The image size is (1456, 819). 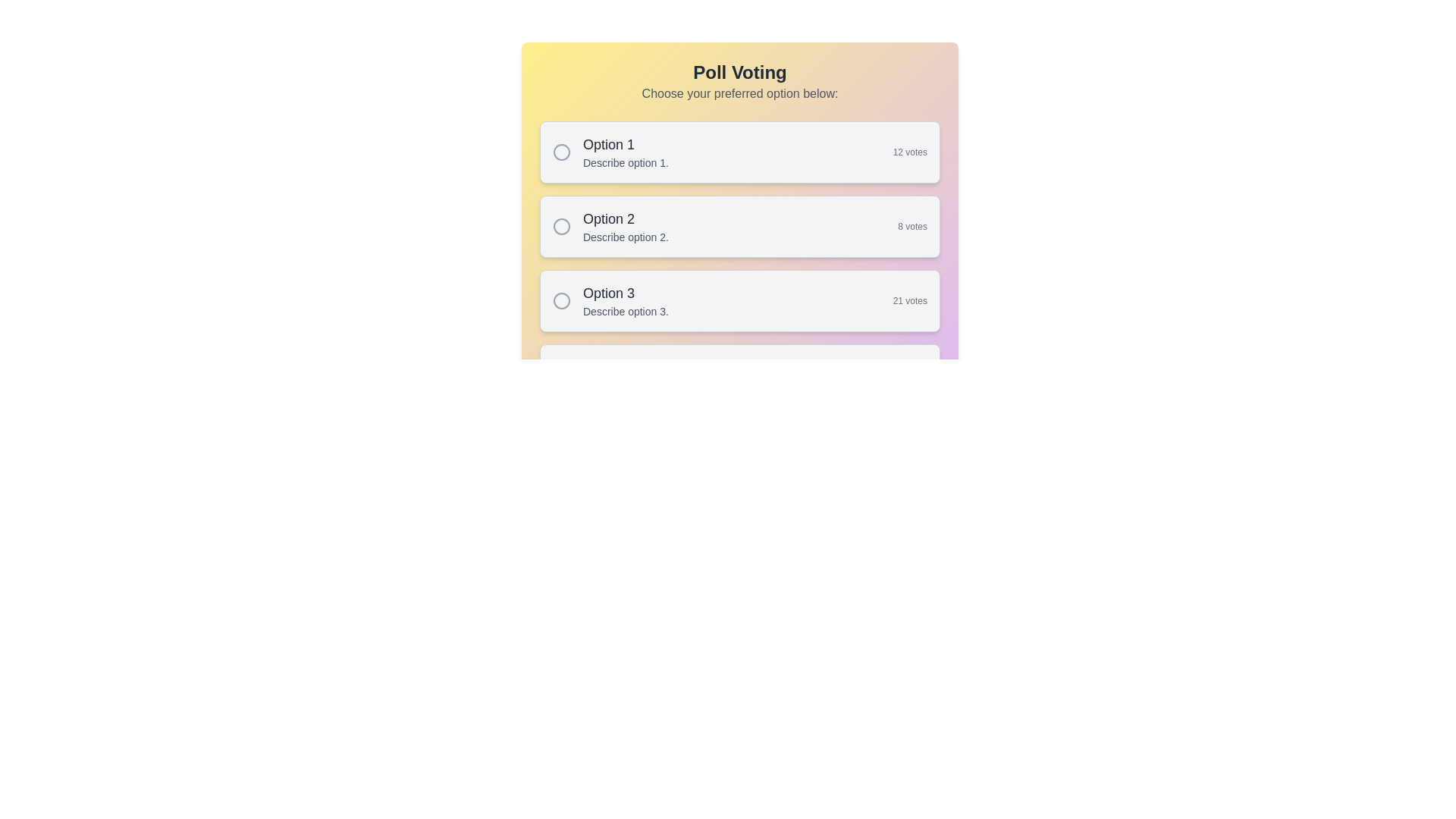 What do you see at coordinates (560, 152) in the screenshot?
I see `the hollow circular SVG Circle Graphic located to the left of the 'Option 1' text within the voting option card at the top of the poll interface` at bounding box center [560, 152].